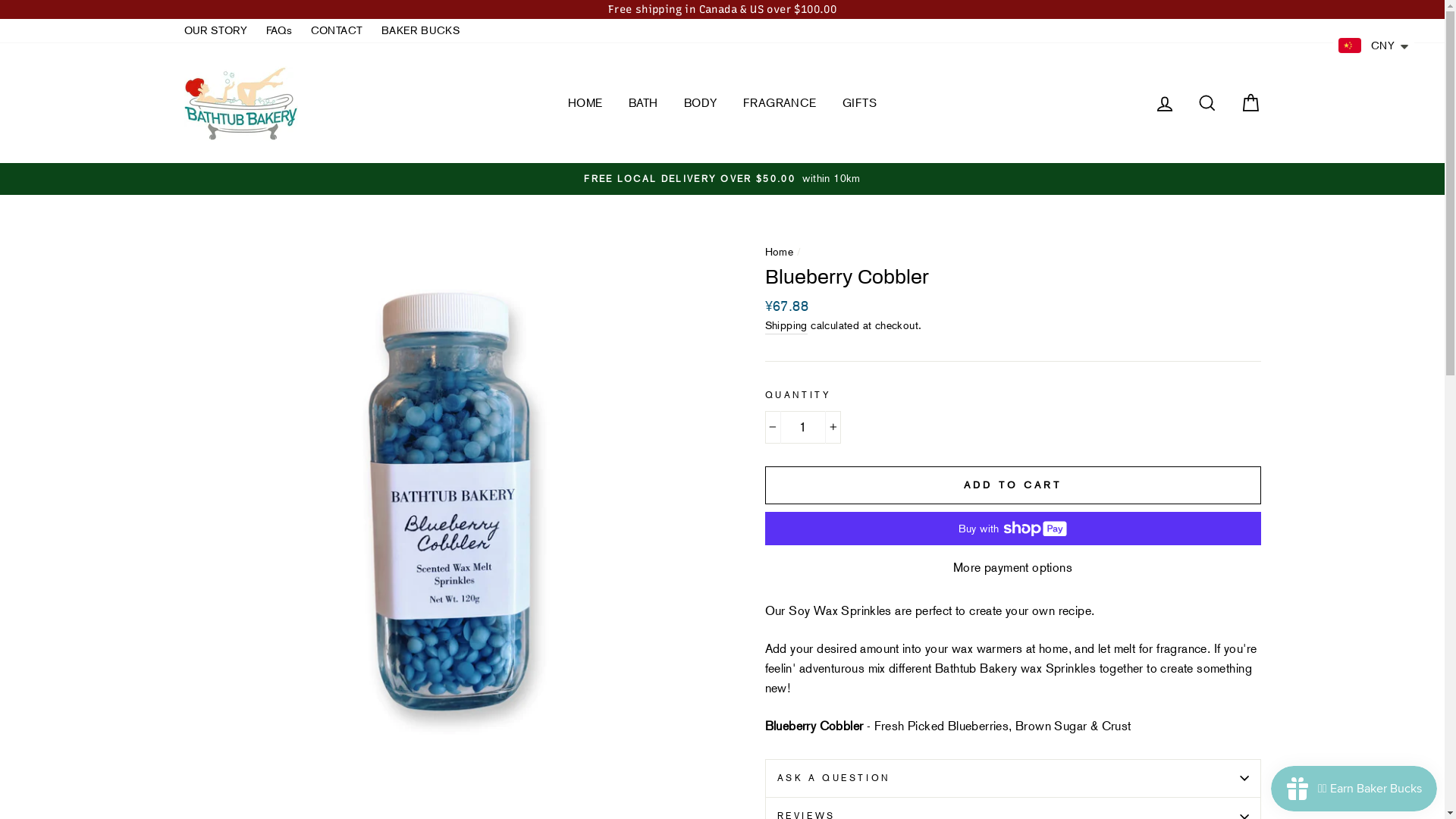  I want to click on 'ASK A QUESTION', so click(1012, 778).